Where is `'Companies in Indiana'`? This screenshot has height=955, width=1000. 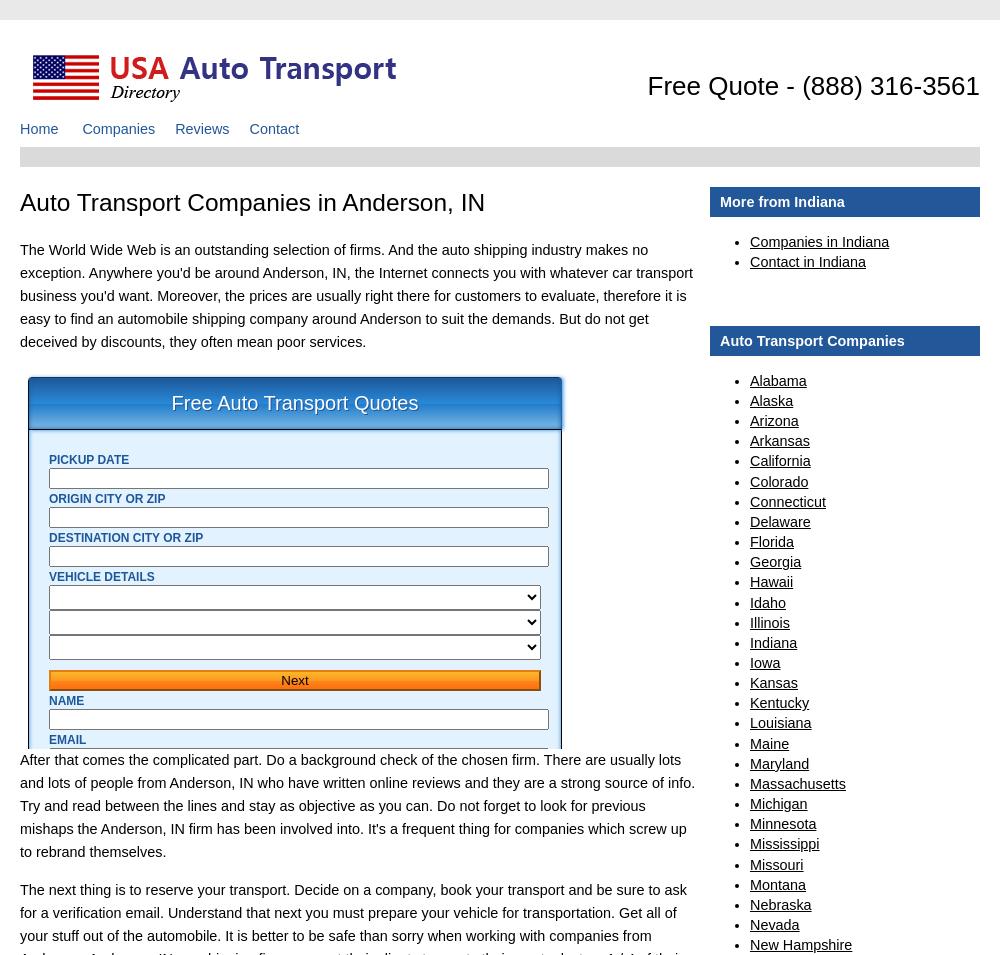
'Companies in Indiana' is located at coordinates (818, 241).